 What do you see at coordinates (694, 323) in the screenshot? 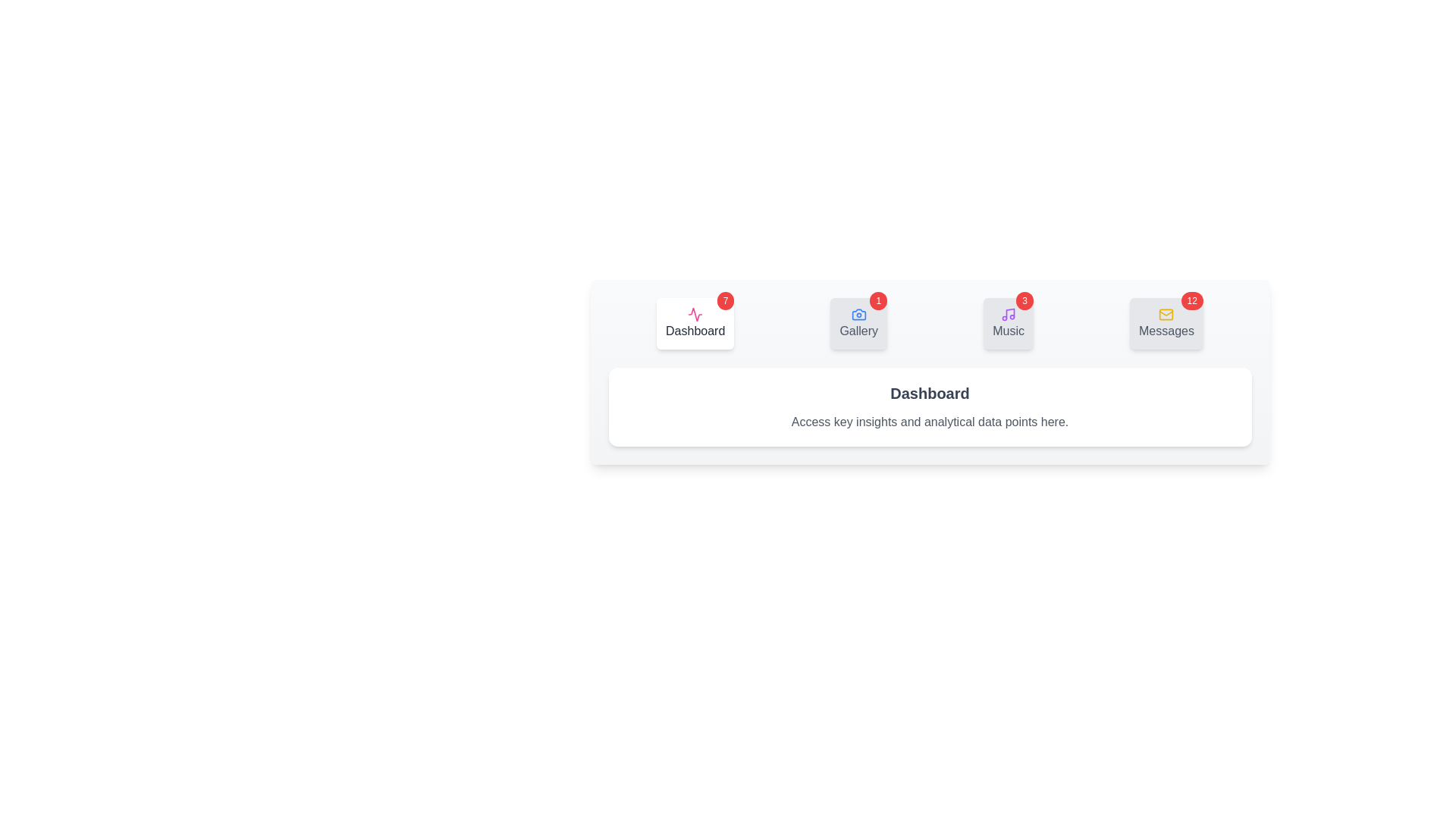
I see `the tab labeled Dashboard to view its content` at bounding box center [694, 323].